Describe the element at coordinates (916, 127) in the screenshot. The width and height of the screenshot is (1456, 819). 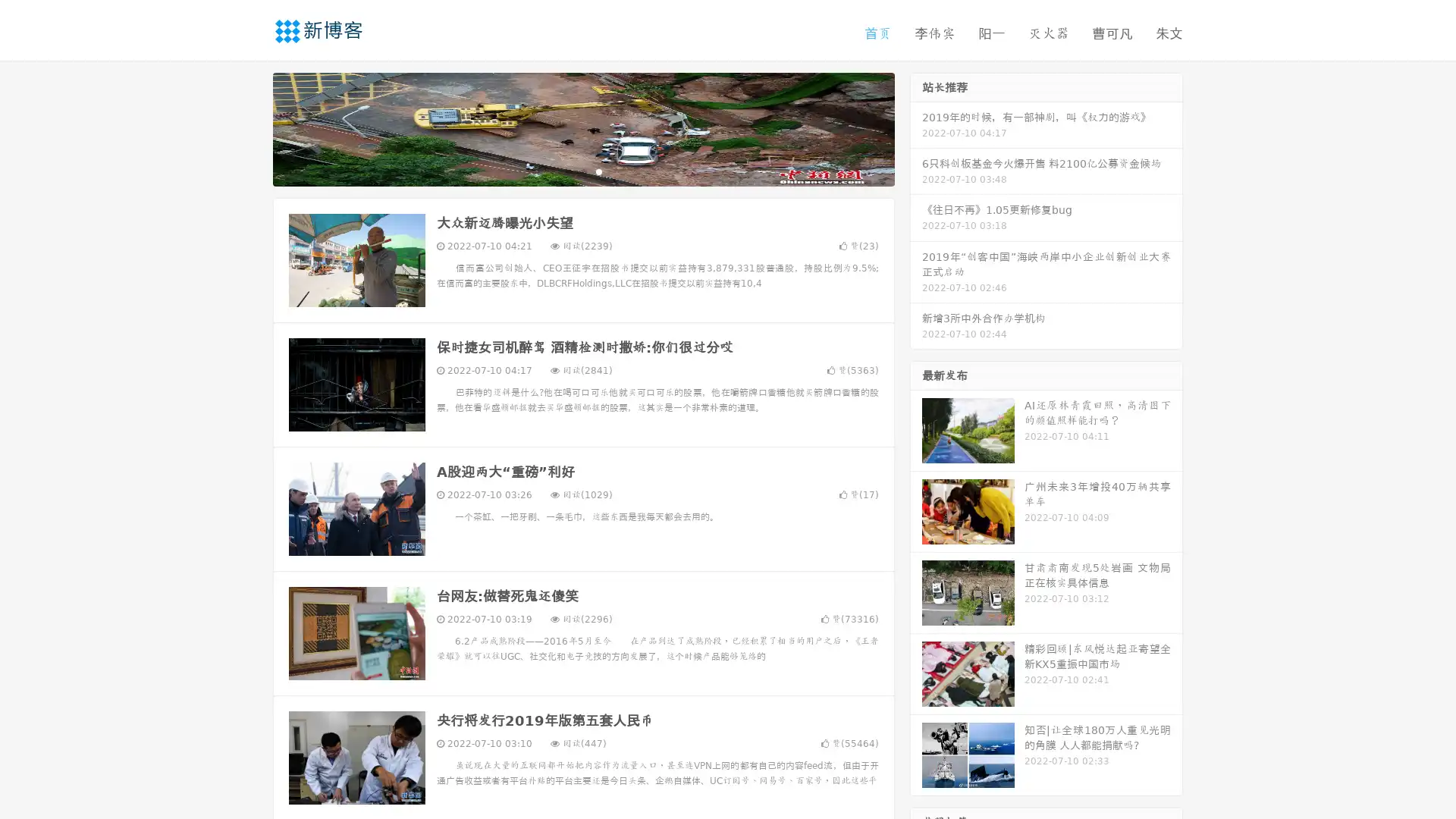
I see `Next slide` at that location.